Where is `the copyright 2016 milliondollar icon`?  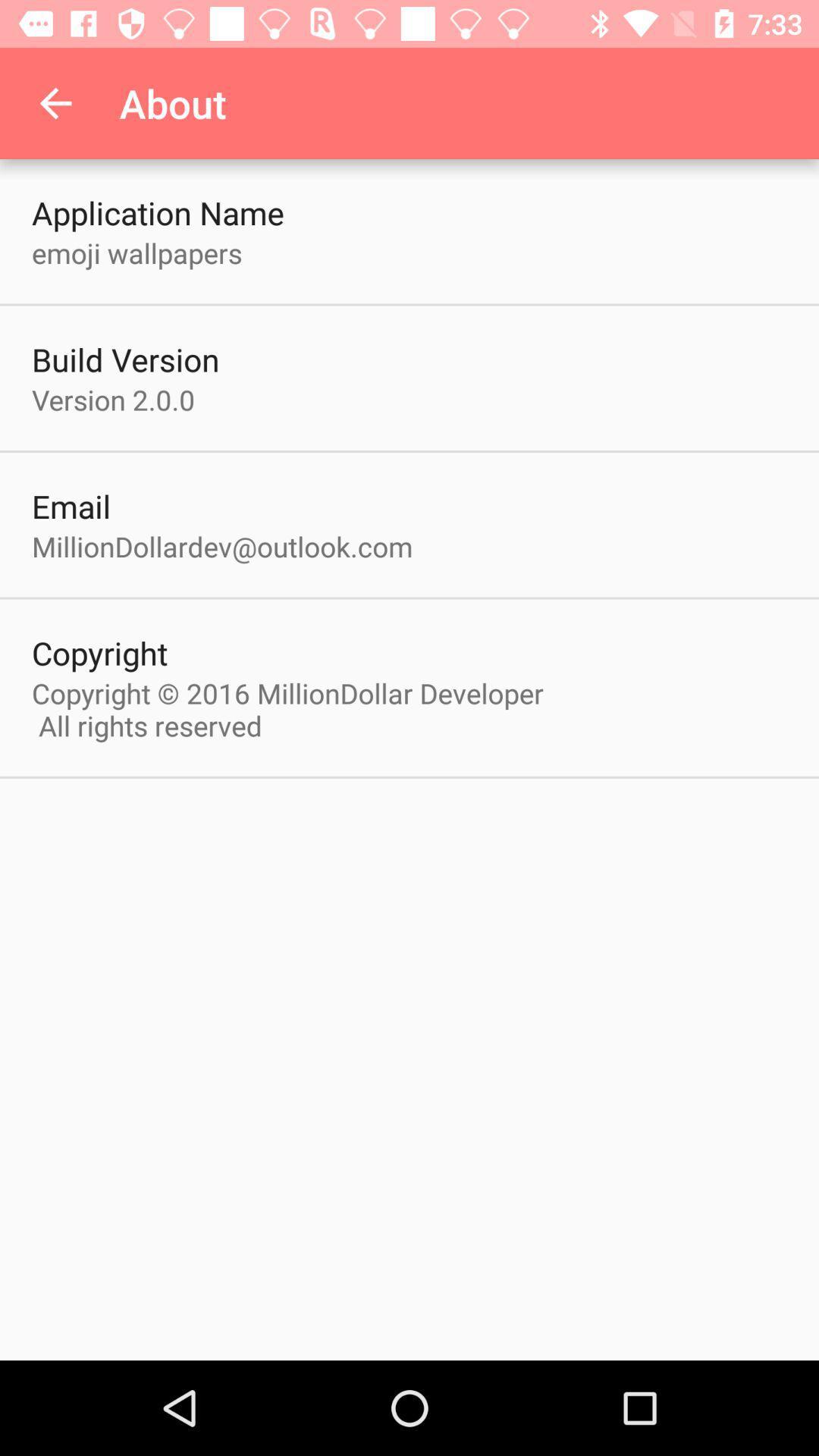
the copyright 2016 milliondollar icon is located at coordinates (295, 708).